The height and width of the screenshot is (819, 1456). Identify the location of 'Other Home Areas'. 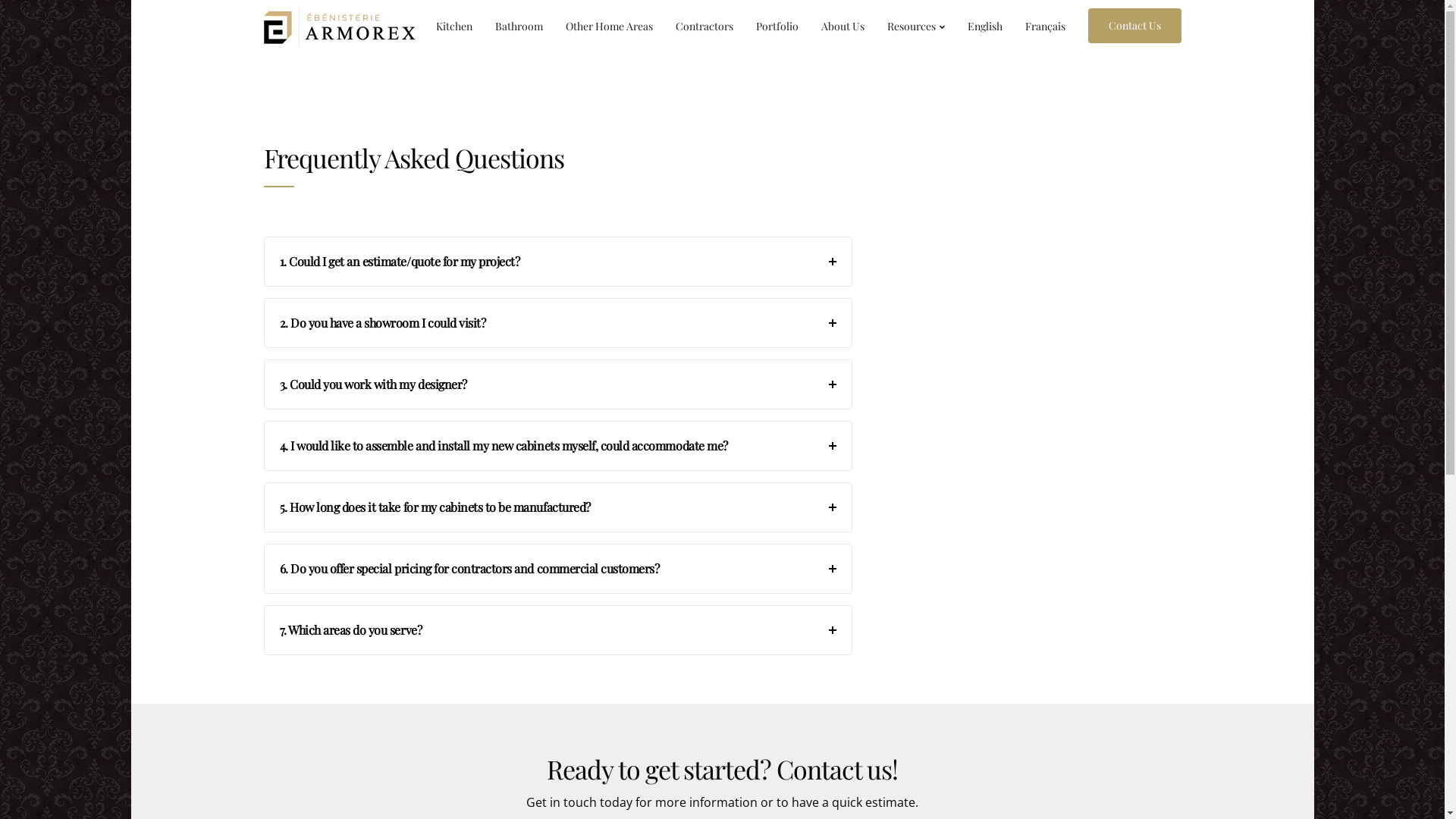
(552, 26).